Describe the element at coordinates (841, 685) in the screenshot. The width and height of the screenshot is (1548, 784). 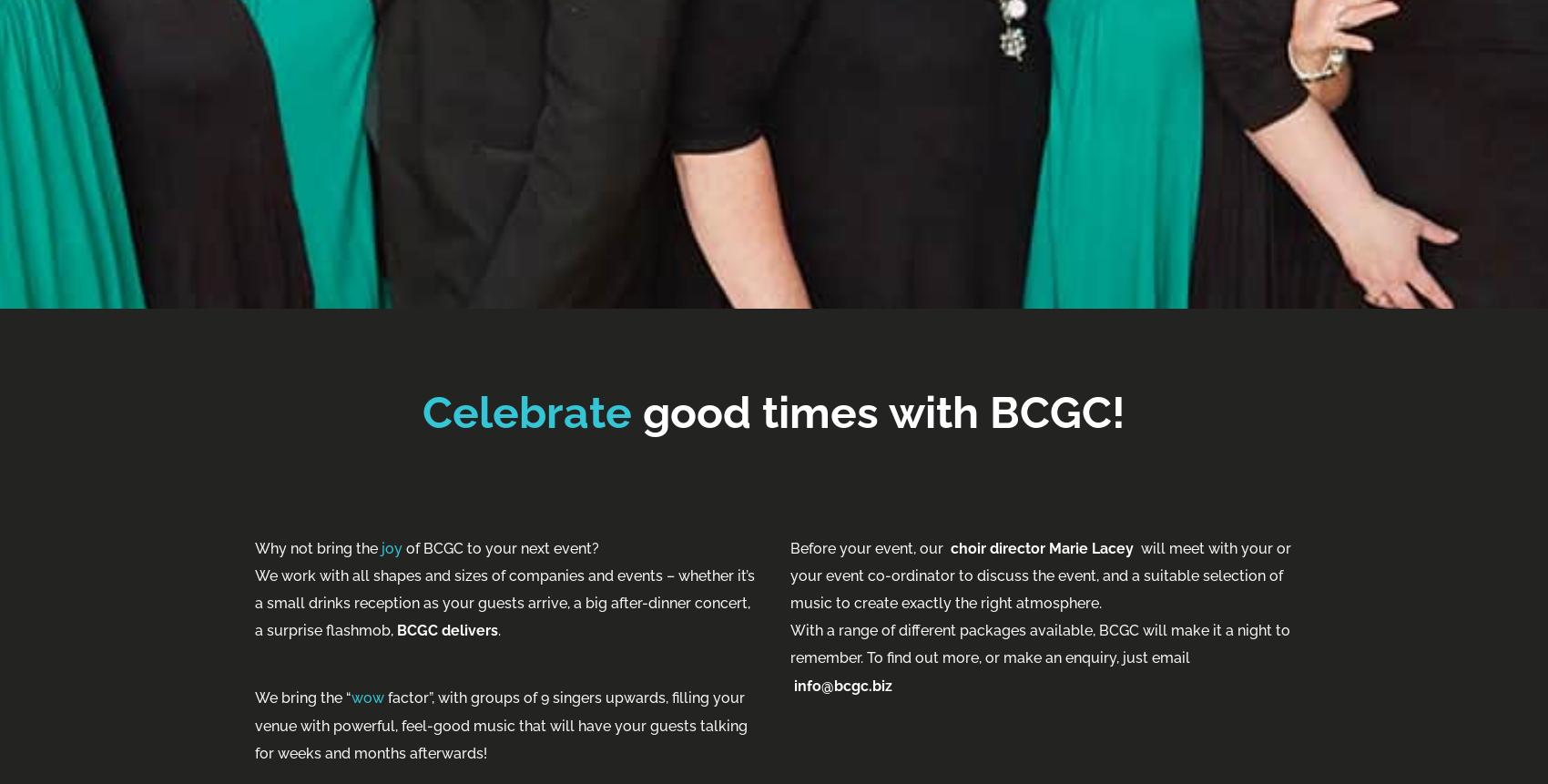
I see `'info@bcgc.biz'` at that location.